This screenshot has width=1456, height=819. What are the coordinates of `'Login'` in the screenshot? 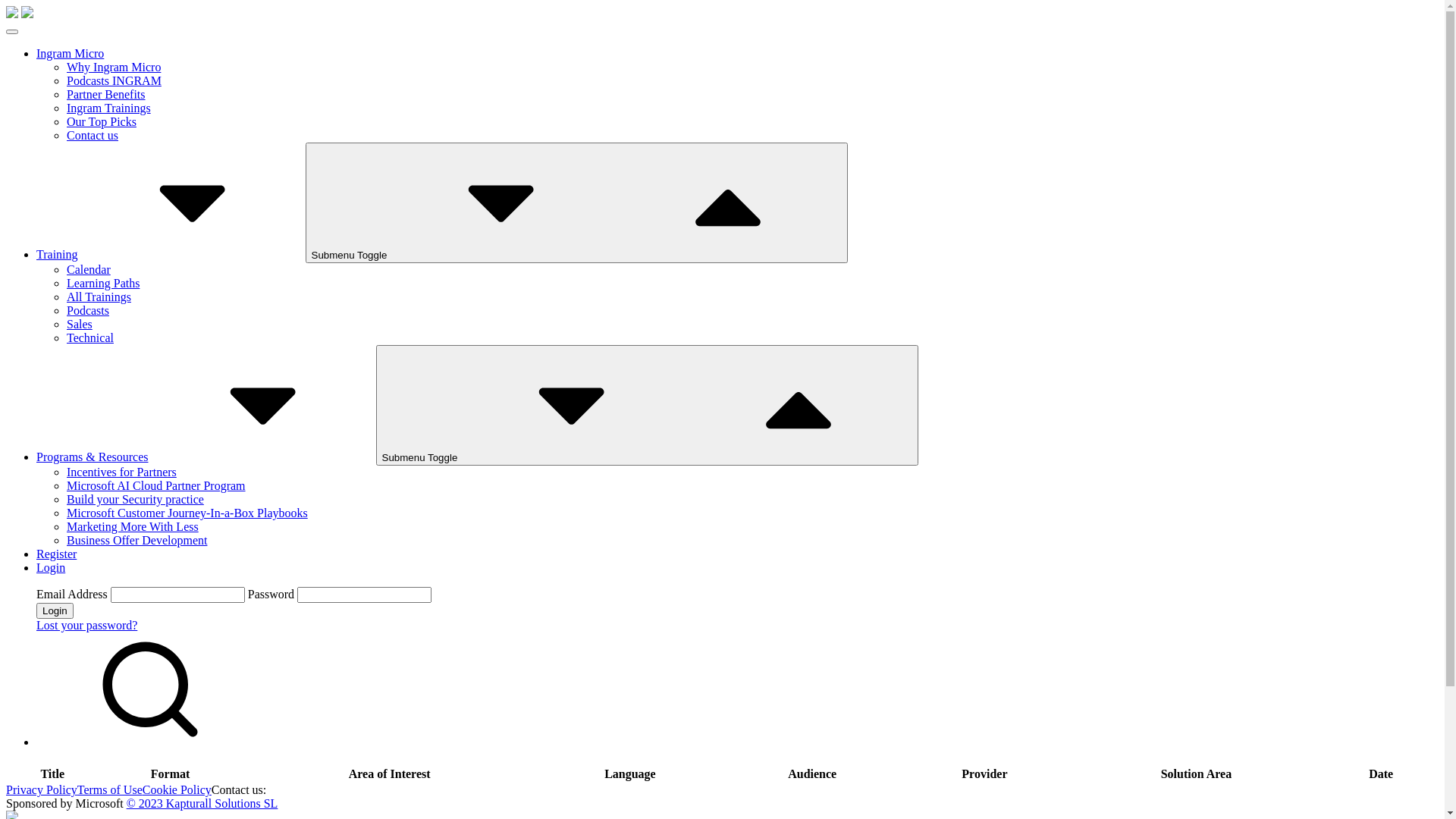 It's located at (55, 610).